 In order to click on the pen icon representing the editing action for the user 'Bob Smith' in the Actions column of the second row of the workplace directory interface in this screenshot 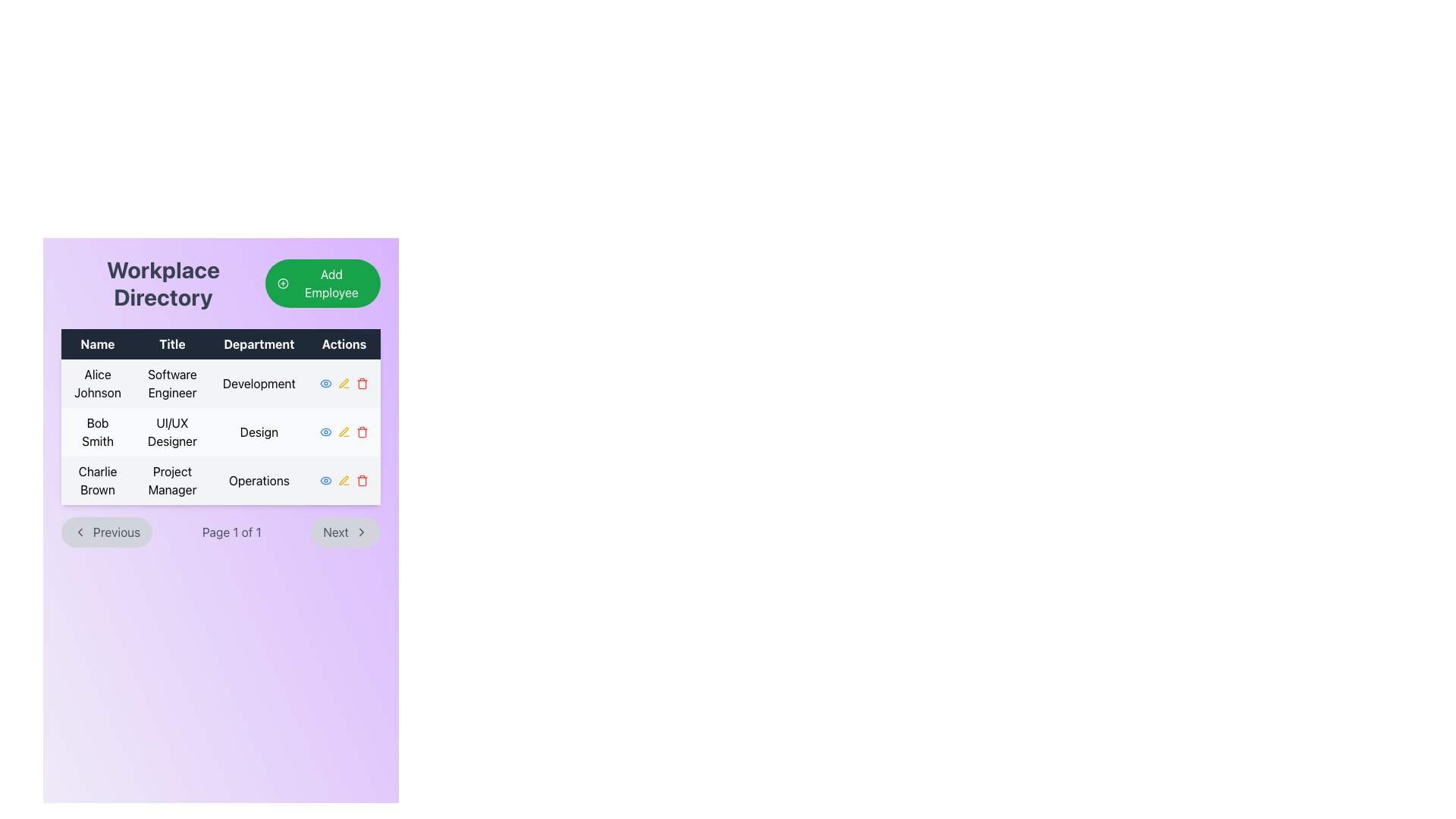, I will do `click(343, 431)`.